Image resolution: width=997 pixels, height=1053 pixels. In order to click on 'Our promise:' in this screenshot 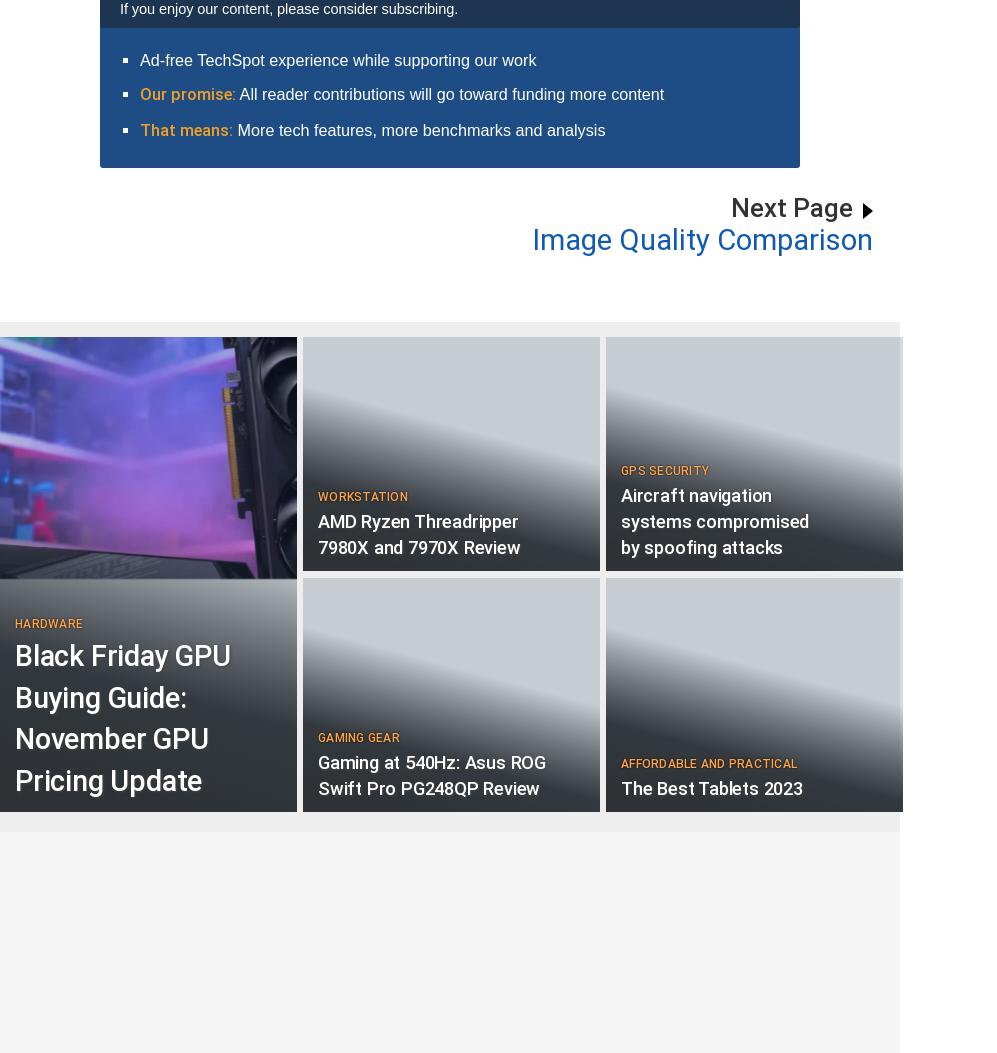, I will do `click(188, 93)`.